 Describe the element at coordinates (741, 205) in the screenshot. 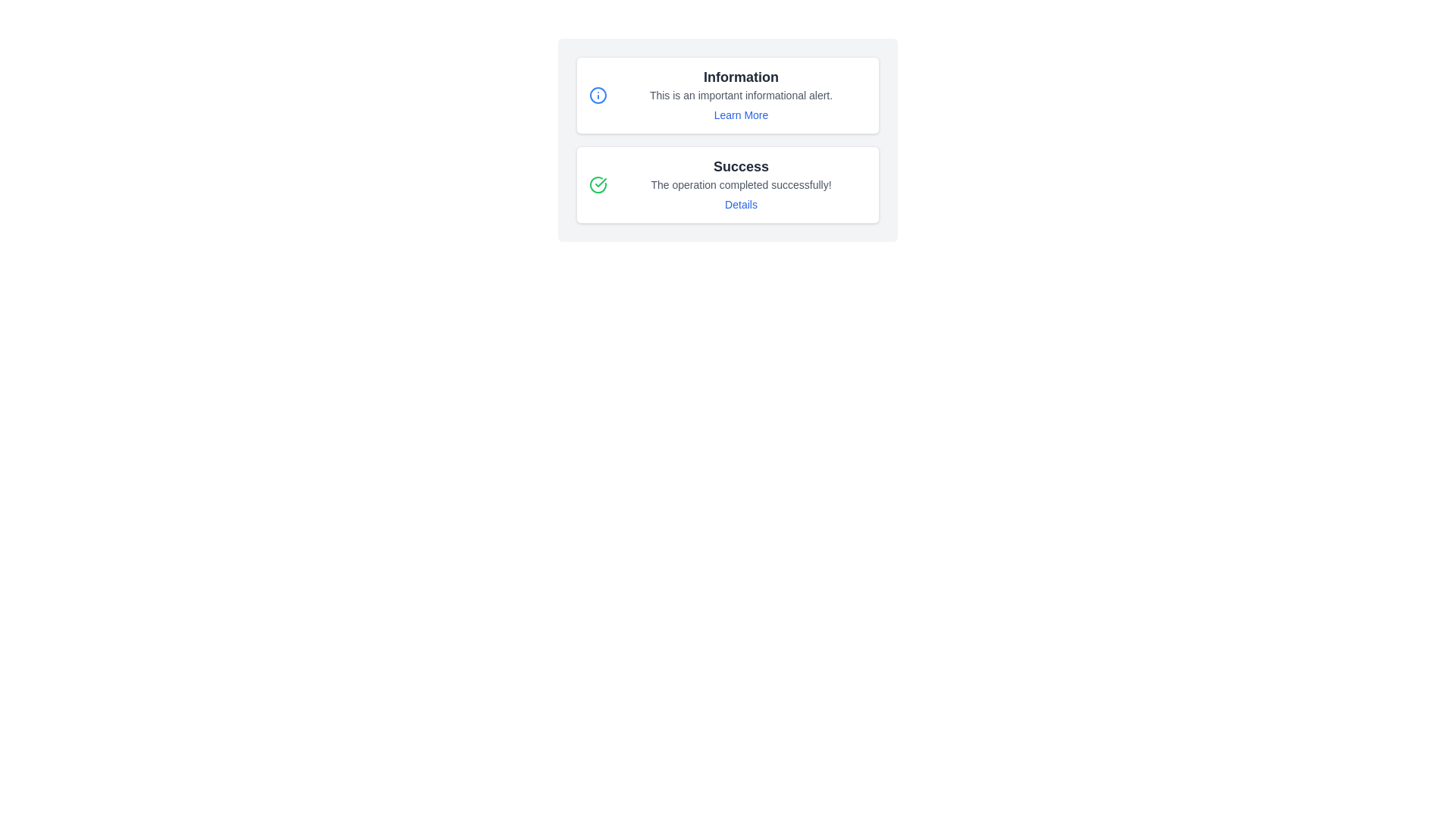

I see `the hyperlink located in the bottom right of the 'Success' notification card` at that location.